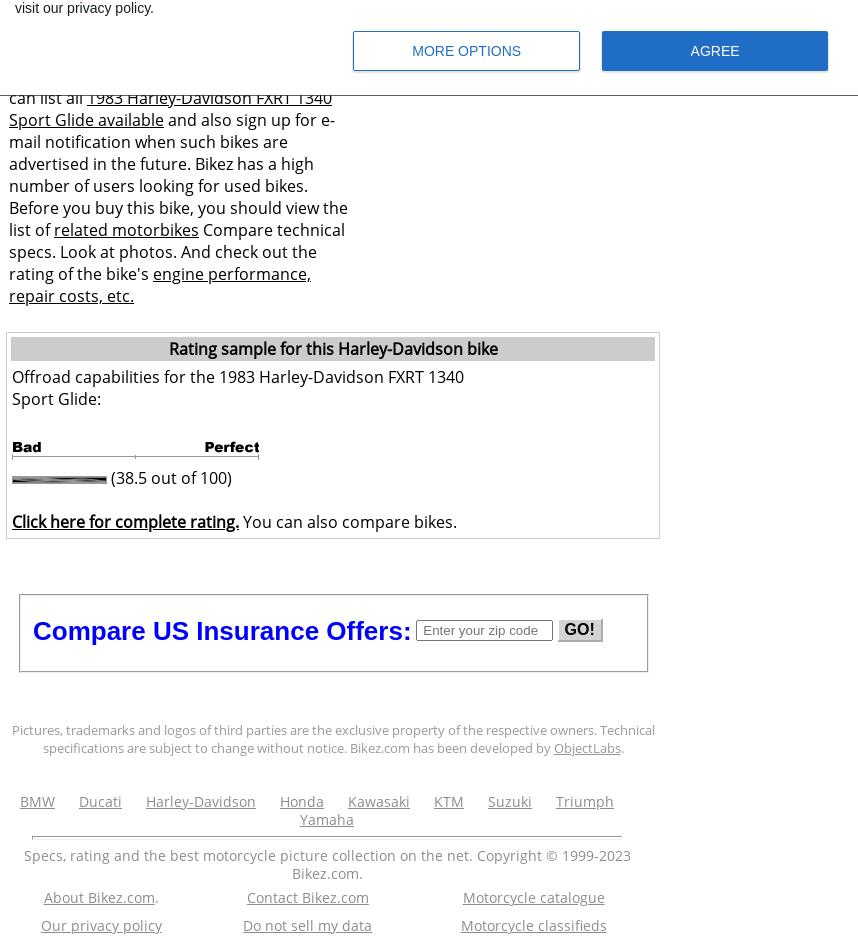 The width and height of the screenshot is (858, 952). Describe the element at coordinates (237, 388) in the screenshot. I see `'Offroad capabilities for the 1983 Harley-Davidson FXRT 1340 Sport Glide:'` at that location.